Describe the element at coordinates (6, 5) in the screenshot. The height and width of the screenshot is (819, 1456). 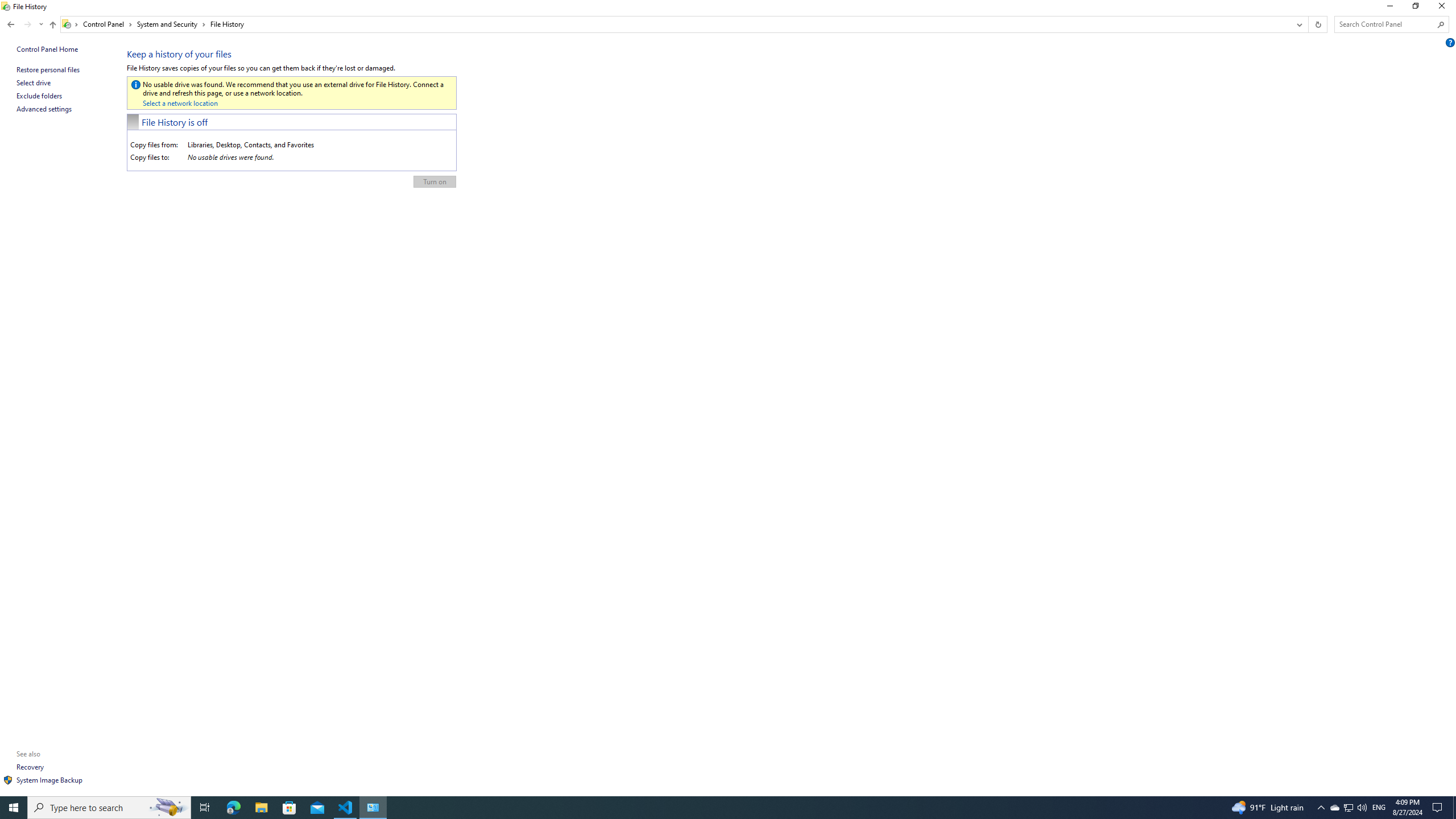
I see `'System'` at that location.